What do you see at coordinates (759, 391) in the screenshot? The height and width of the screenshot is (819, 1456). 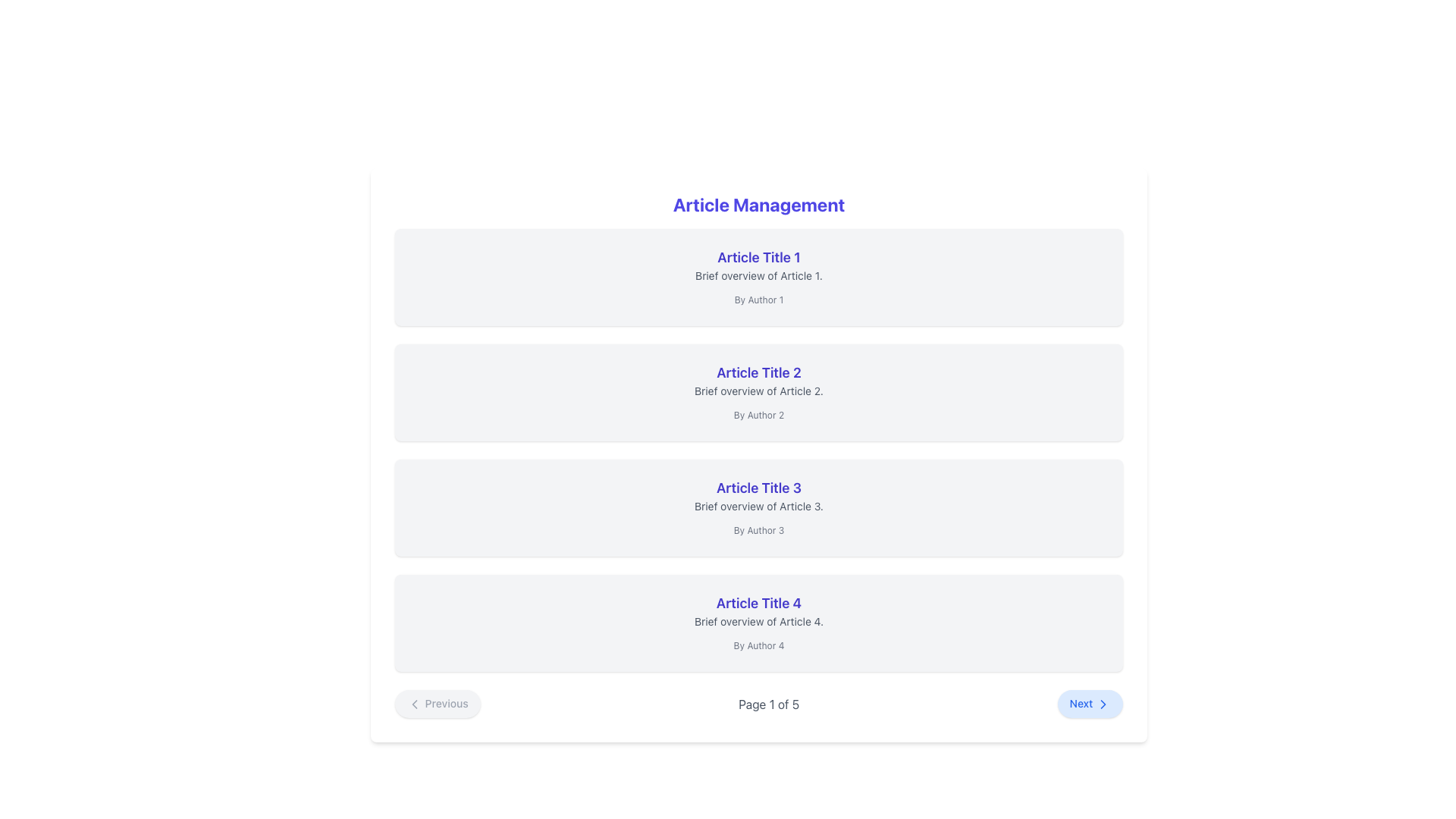 I see `the second card in the vertically stacked list, which has a light gray background and contains the title 'Article Title 2' in bold indigo font` at bounding box center [759, 391].